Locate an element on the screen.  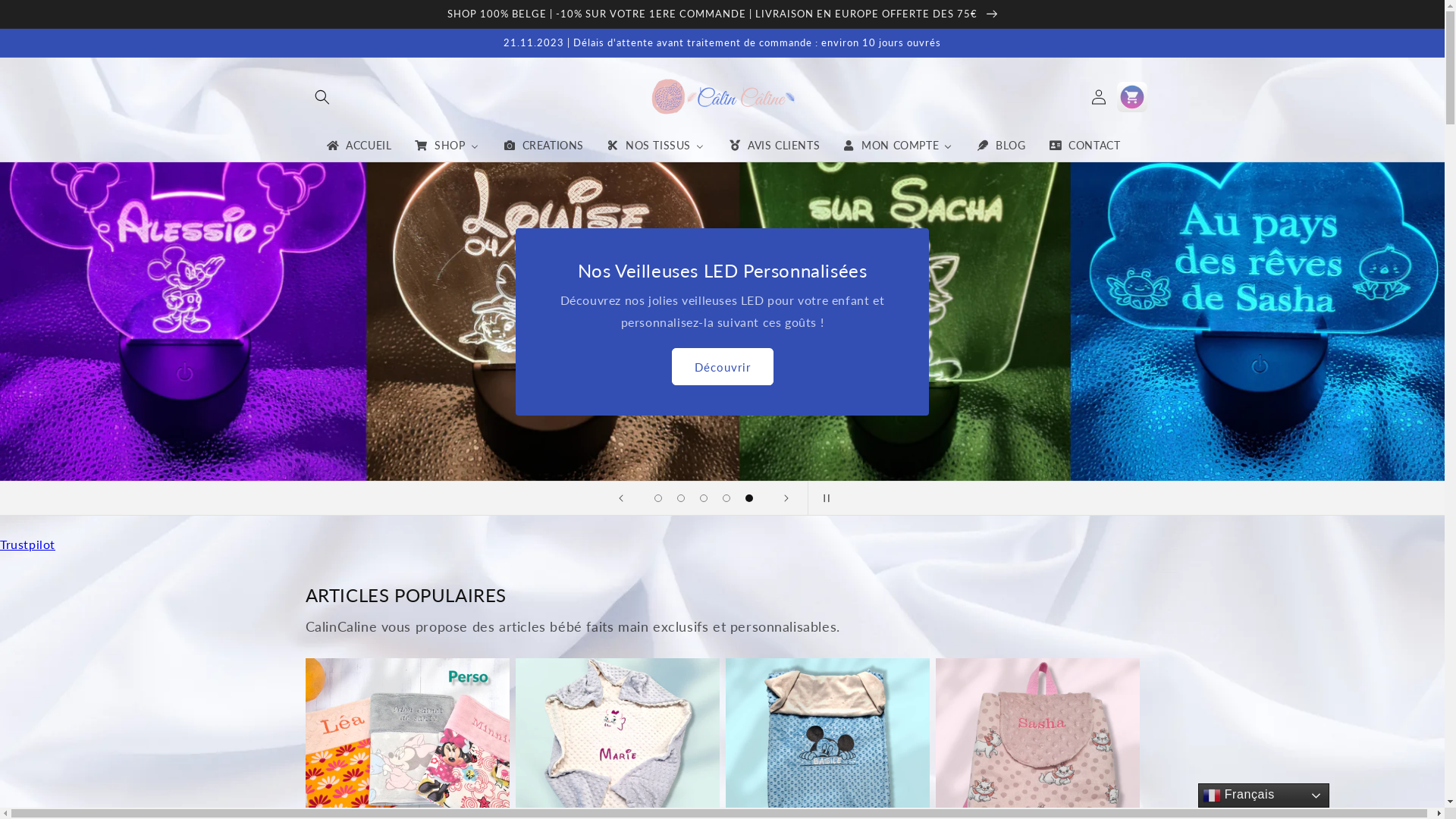
'CONTACT' is located at coordinates (1083, 146).